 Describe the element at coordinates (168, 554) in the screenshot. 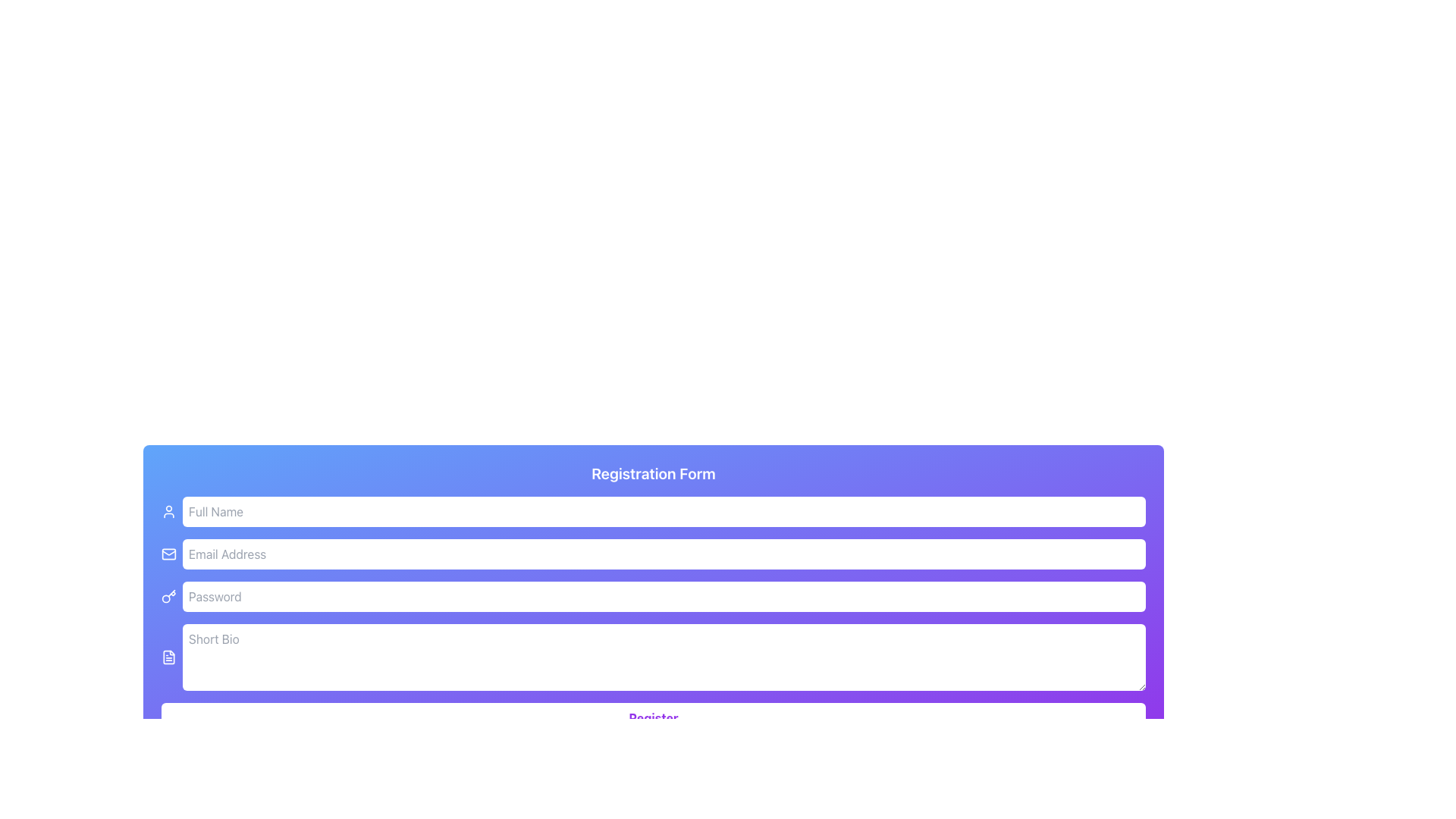

I see `the small mail icon styled in light-colored line art, located within the input field row labeled 'Email Address', on its left side` at that location.